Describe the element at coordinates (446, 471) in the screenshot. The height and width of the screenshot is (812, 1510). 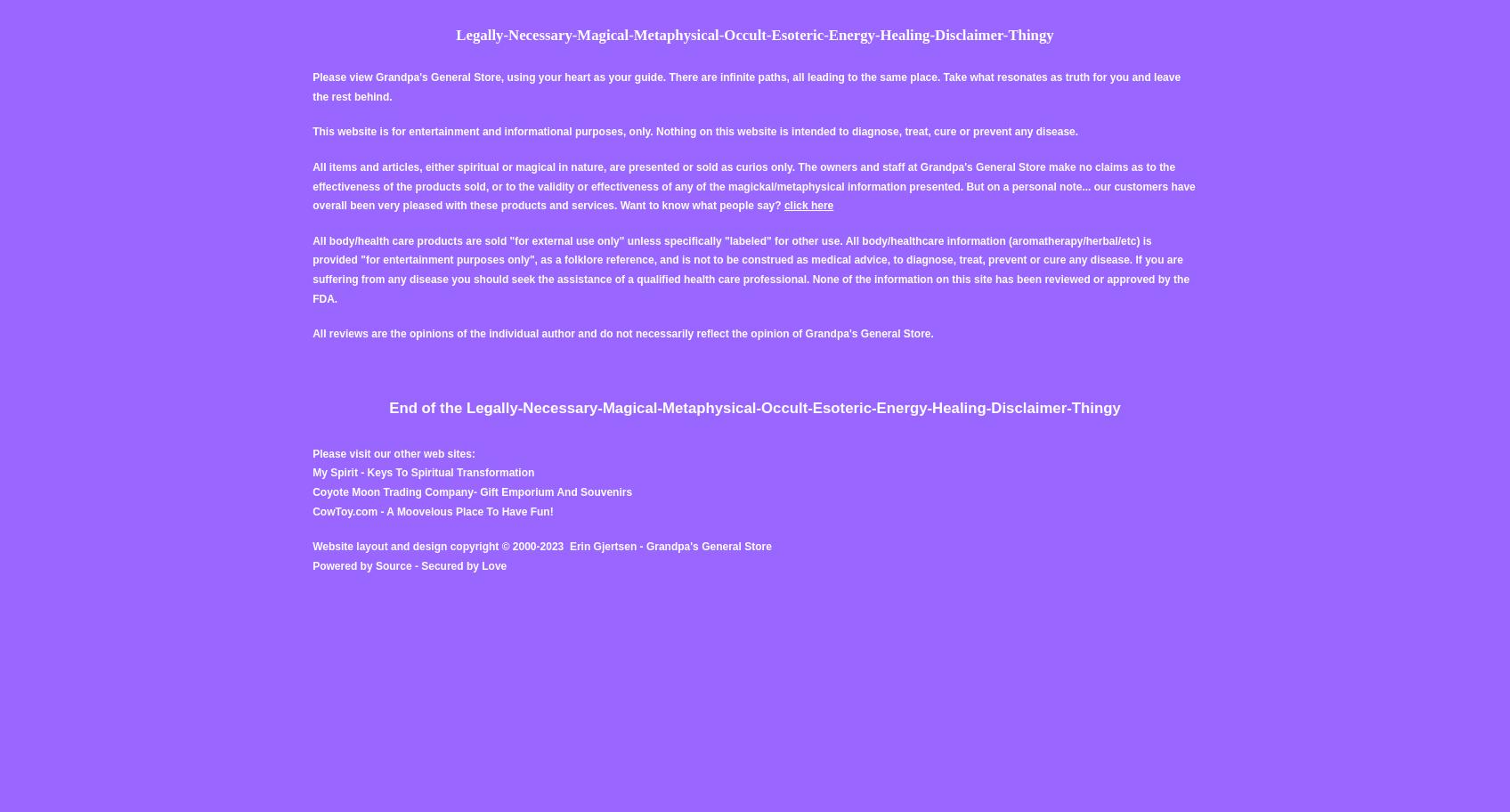
I see `'- Keys To Spiritual Transformation'` at that location.